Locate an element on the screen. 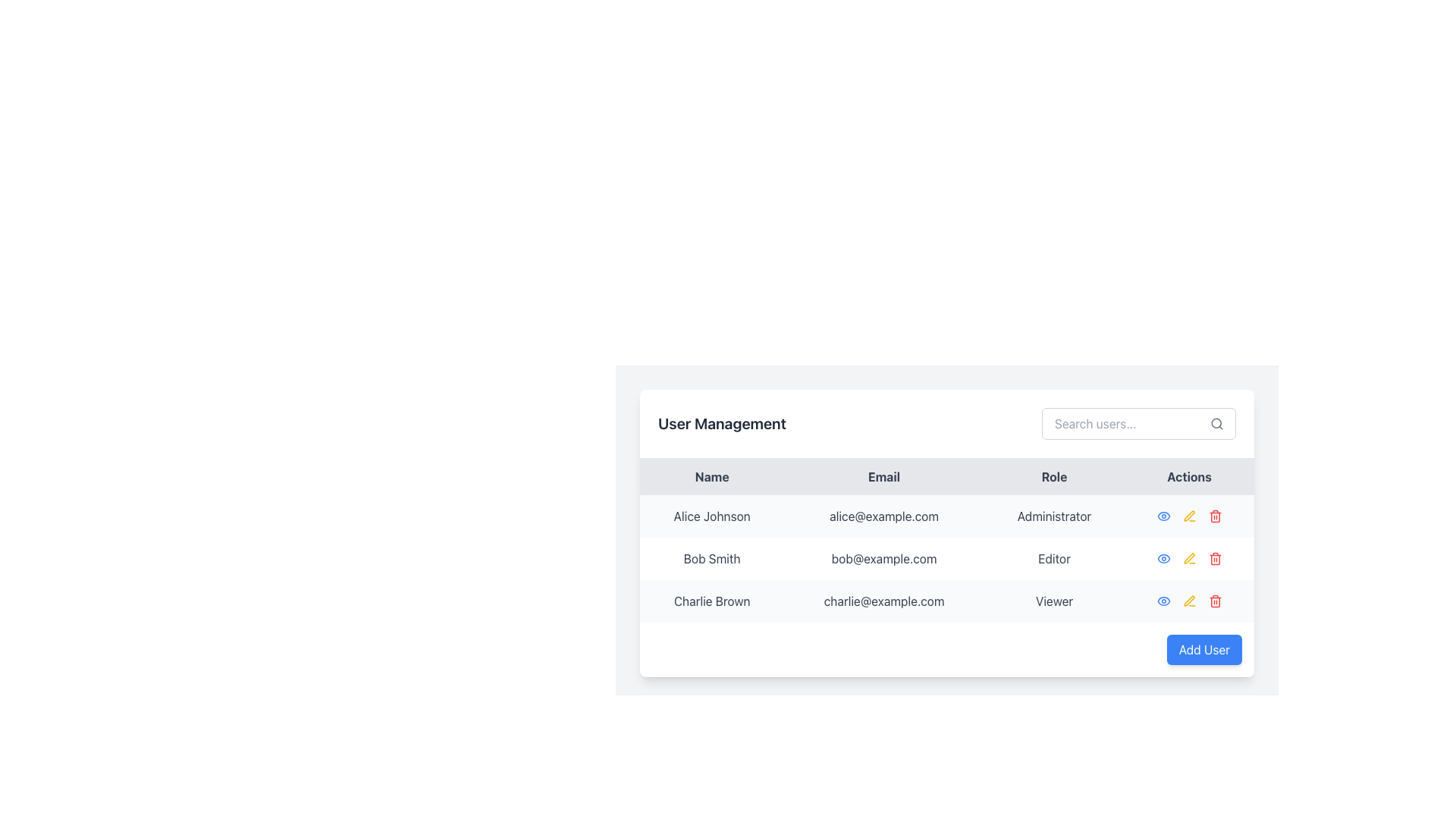  the 'Name' text label in the first column header of the User Management table, which is displayed in bold sans-serif font against a light gray background is located at coordinates (711, 475).